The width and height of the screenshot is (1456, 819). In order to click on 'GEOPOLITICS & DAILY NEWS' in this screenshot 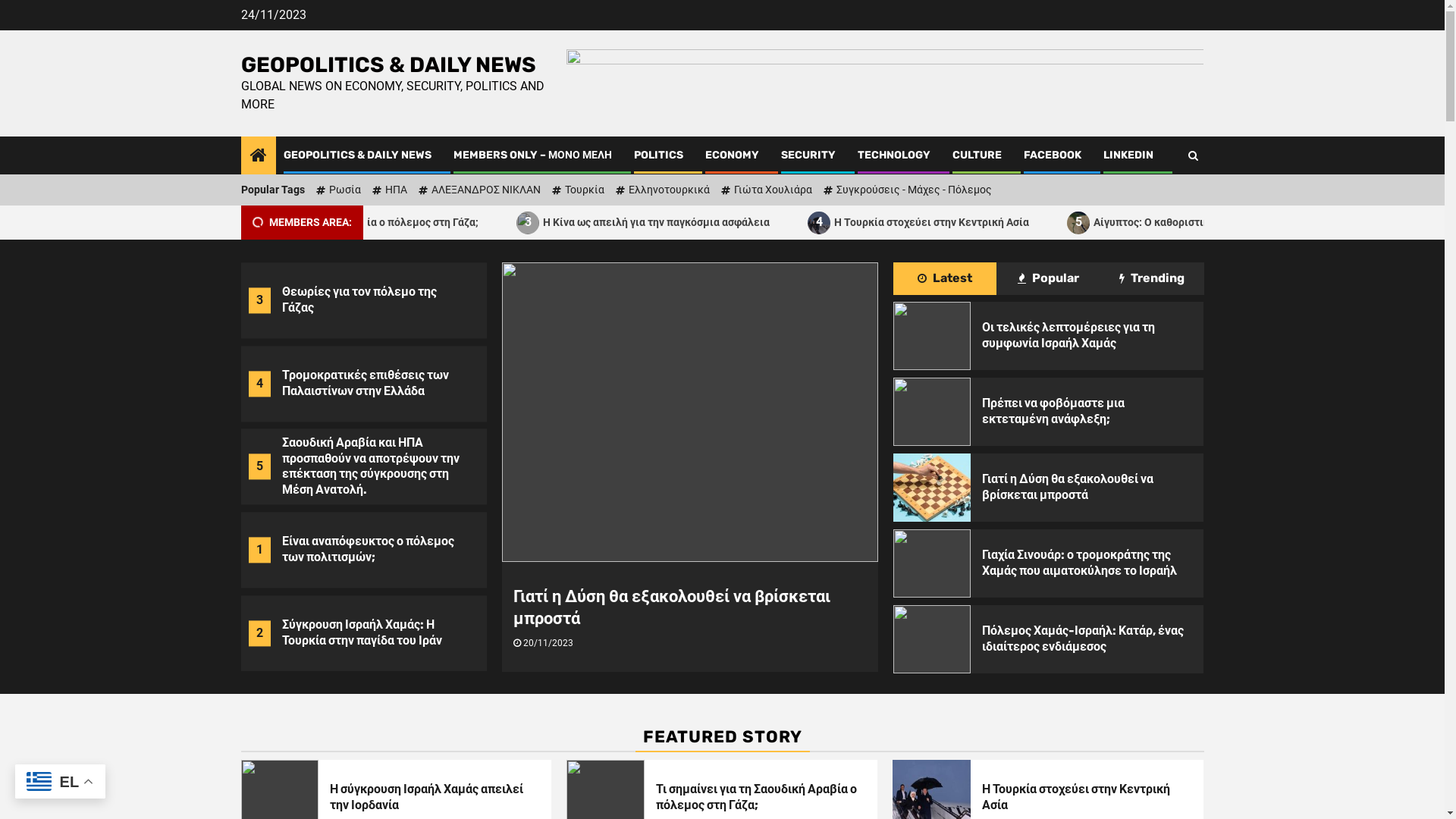, I will do `click(240, 64)`.